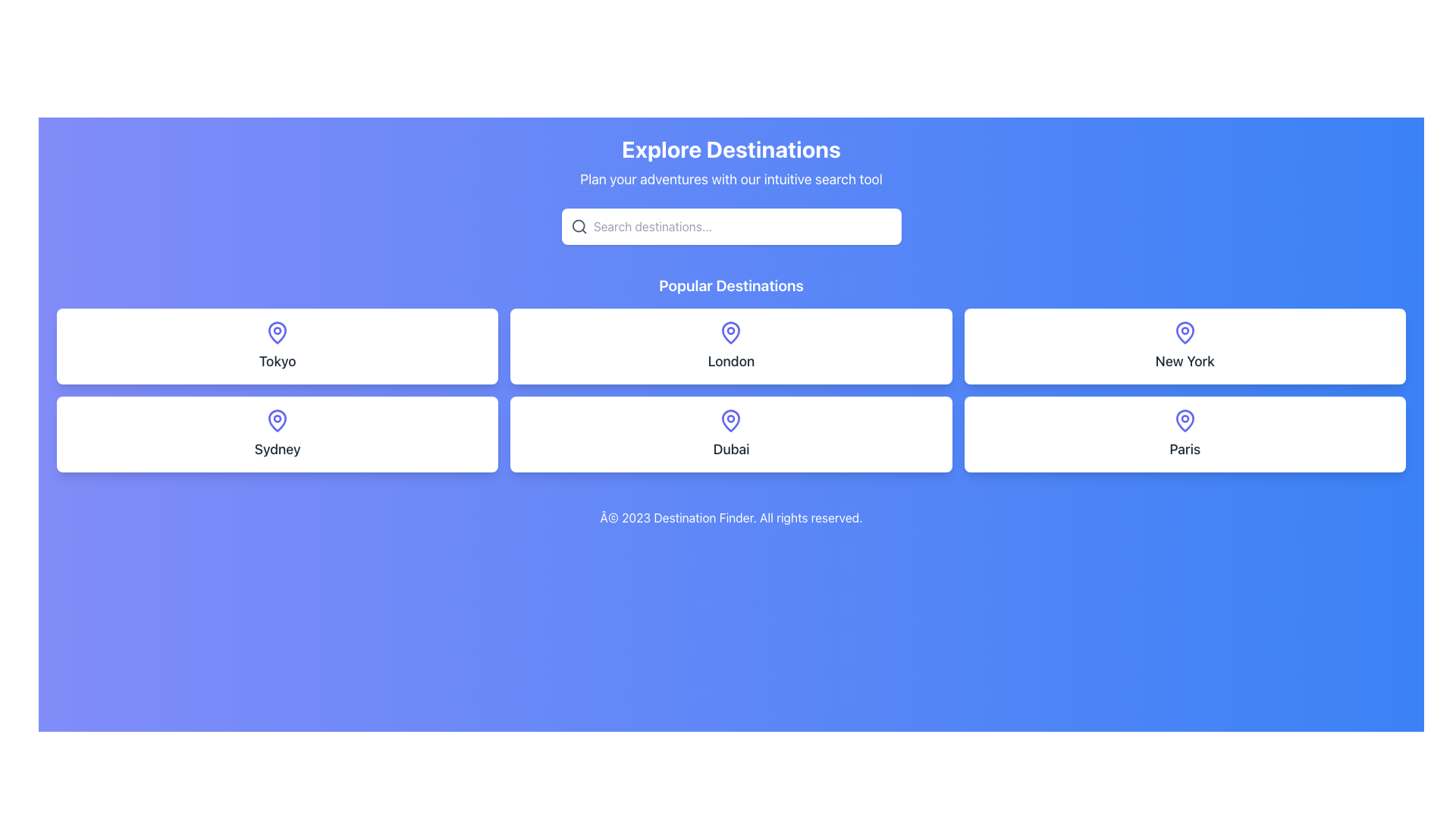  What do you see at coordinates (731, 178) in the screenshot?
I see `the Static Text element that serves as a descriptive tagline, positioned below the header 'Explore Destinations' and centered horizontally on the page` at bounding box center [731, 178].